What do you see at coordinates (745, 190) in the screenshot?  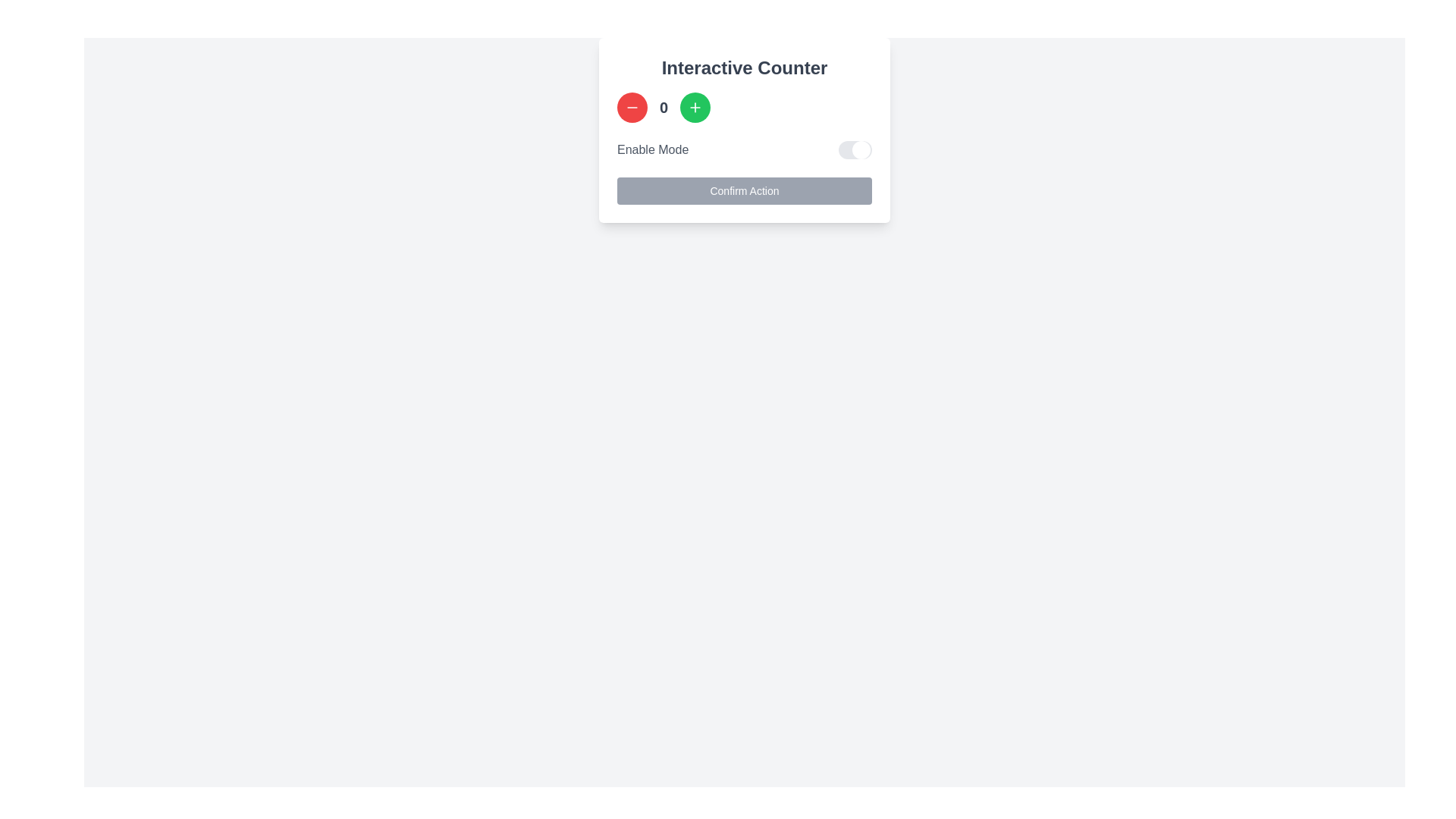 I see `the confirmation button located below the 'Enable Mode' switch` at bounding box center [745, 190].